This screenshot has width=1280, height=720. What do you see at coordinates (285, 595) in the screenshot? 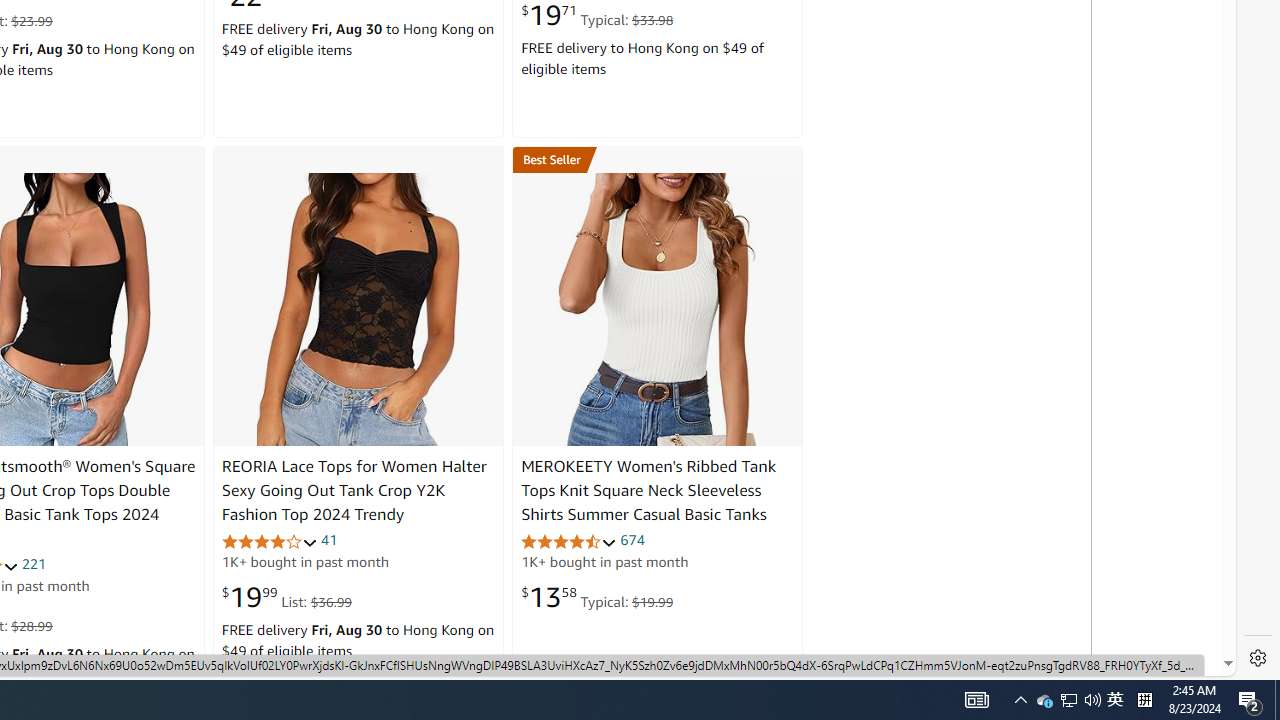
I see `'$19.99 List: $36.99'` at bounding box center [285, 595].